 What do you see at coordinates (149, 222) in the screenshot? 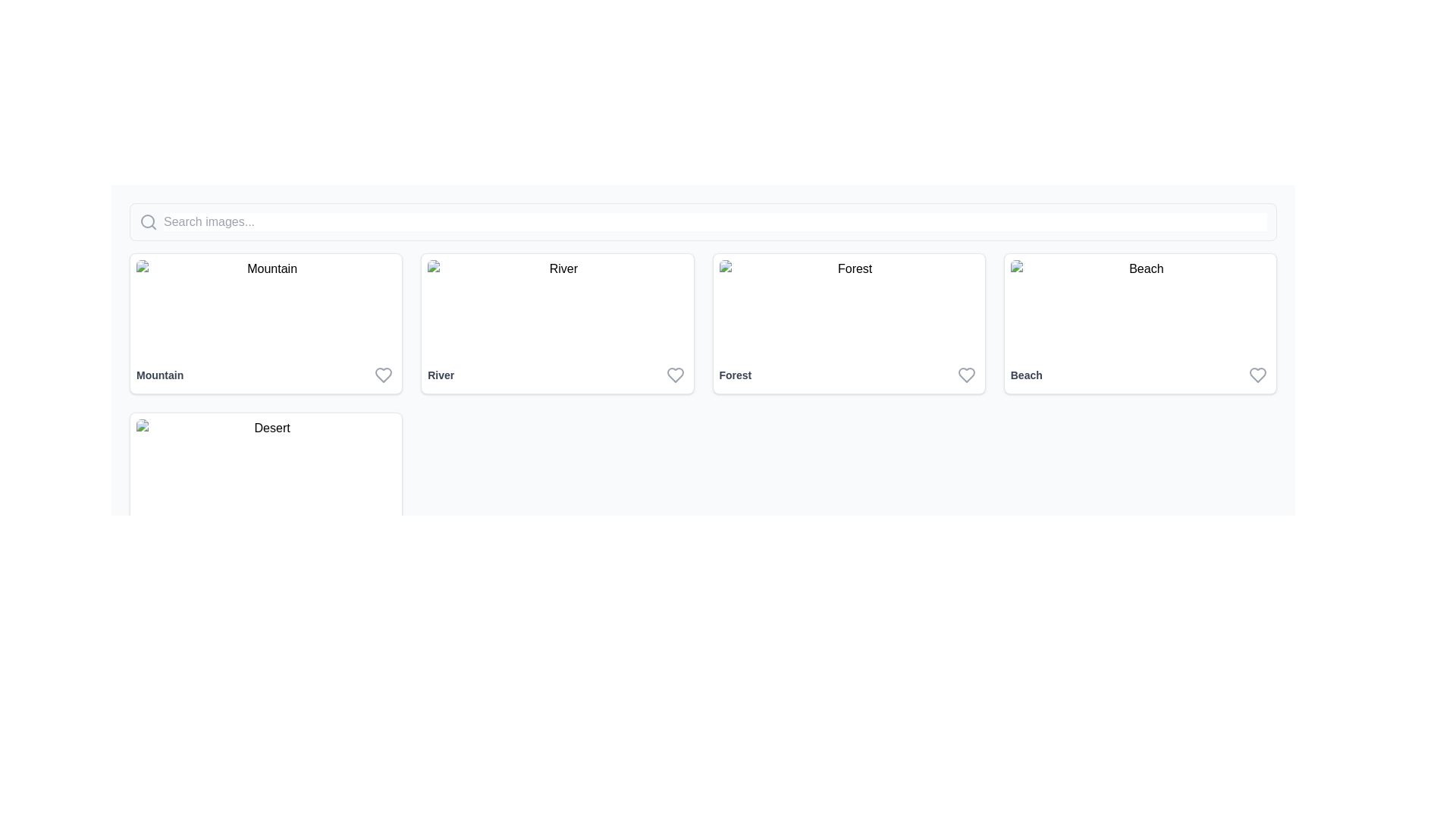
I see `the search icon` at bounding box center [149, 222].